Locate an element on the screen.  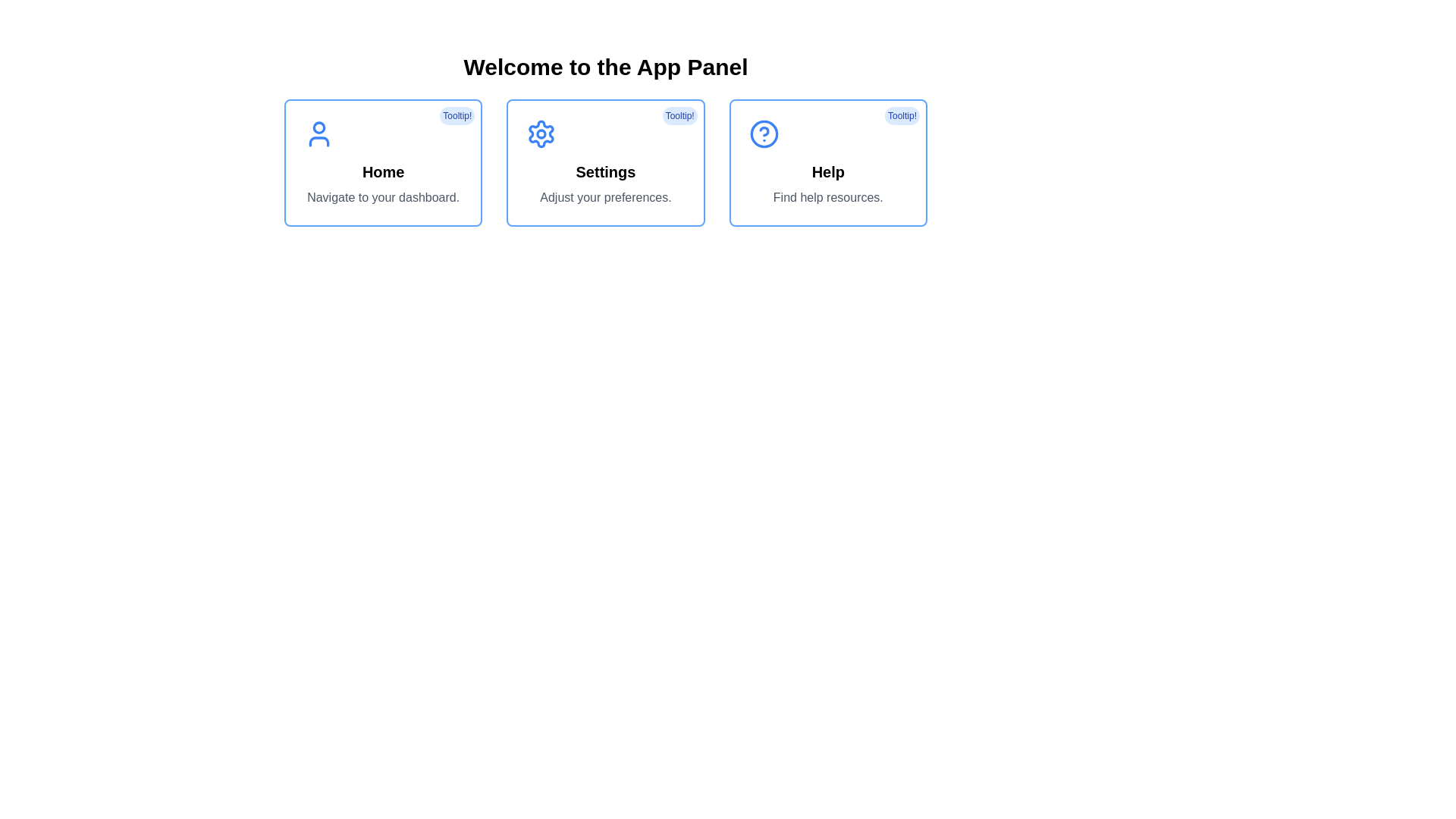
the filled circle located at the center of the gear icon in the 'Settings' section of the user interface is located at coordinates (541, 133).